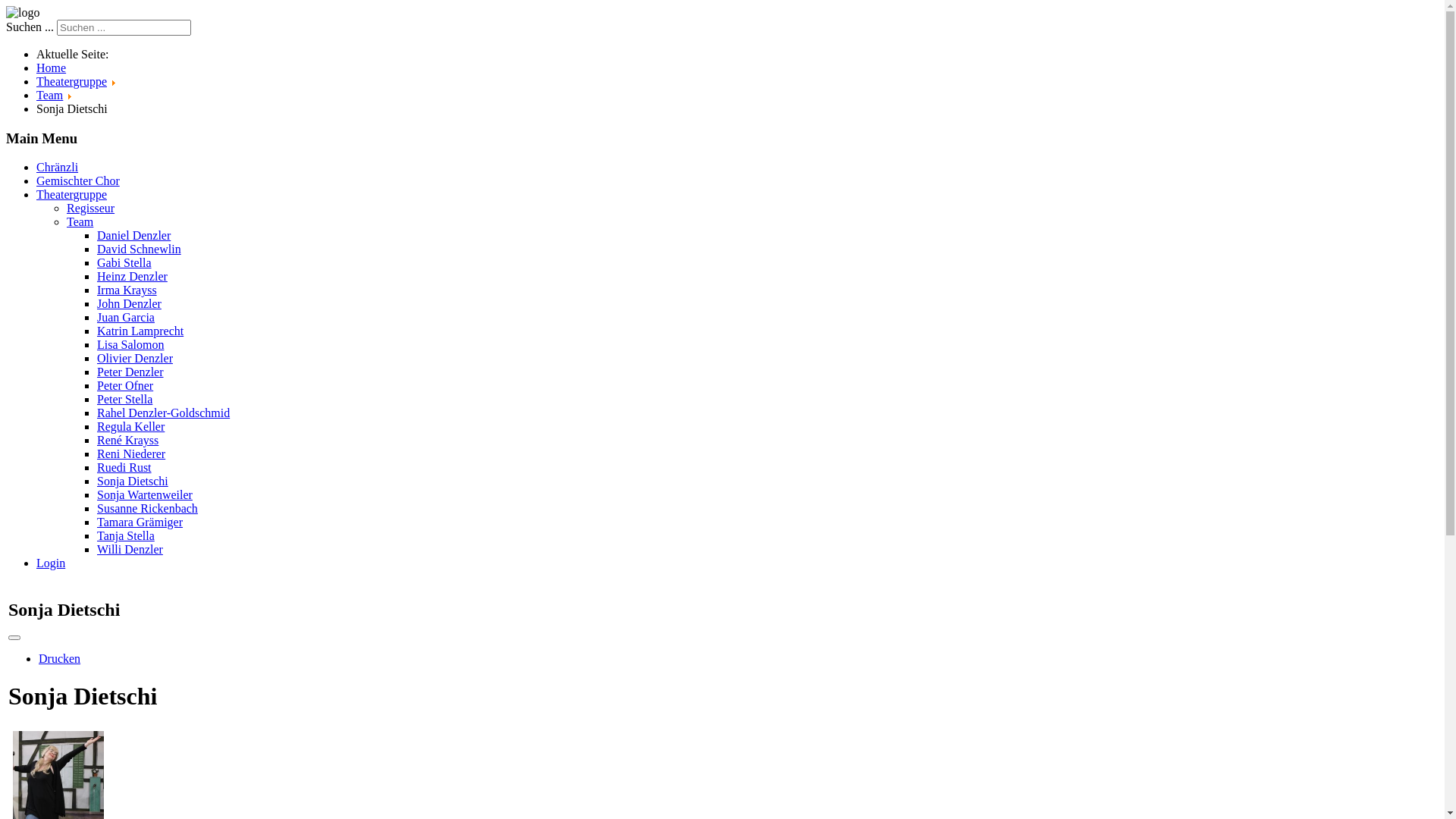 The width and height of the screenshot is (1456, 819). Describe the element at coordinates (145, 494) in the screenshot. I see `'Sonja Wartenweiler'` at that location.